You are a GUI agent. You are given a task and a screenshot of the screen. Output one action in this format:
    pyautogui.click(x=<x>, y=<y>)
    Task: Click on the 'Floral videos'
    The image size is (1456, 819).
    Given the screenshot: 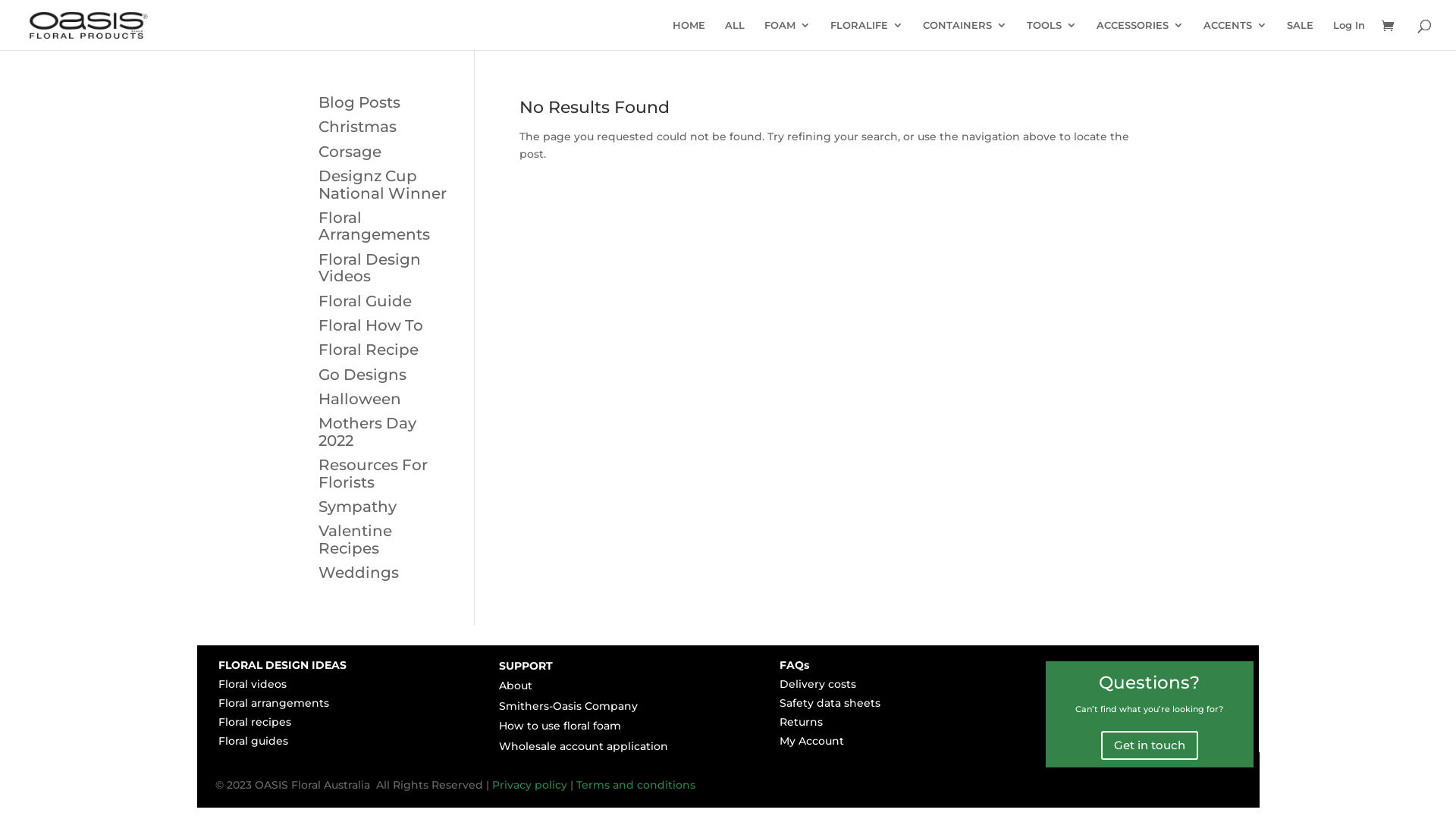 What is the action you would take?
    pyautogui.click(x=252, y=684)
    